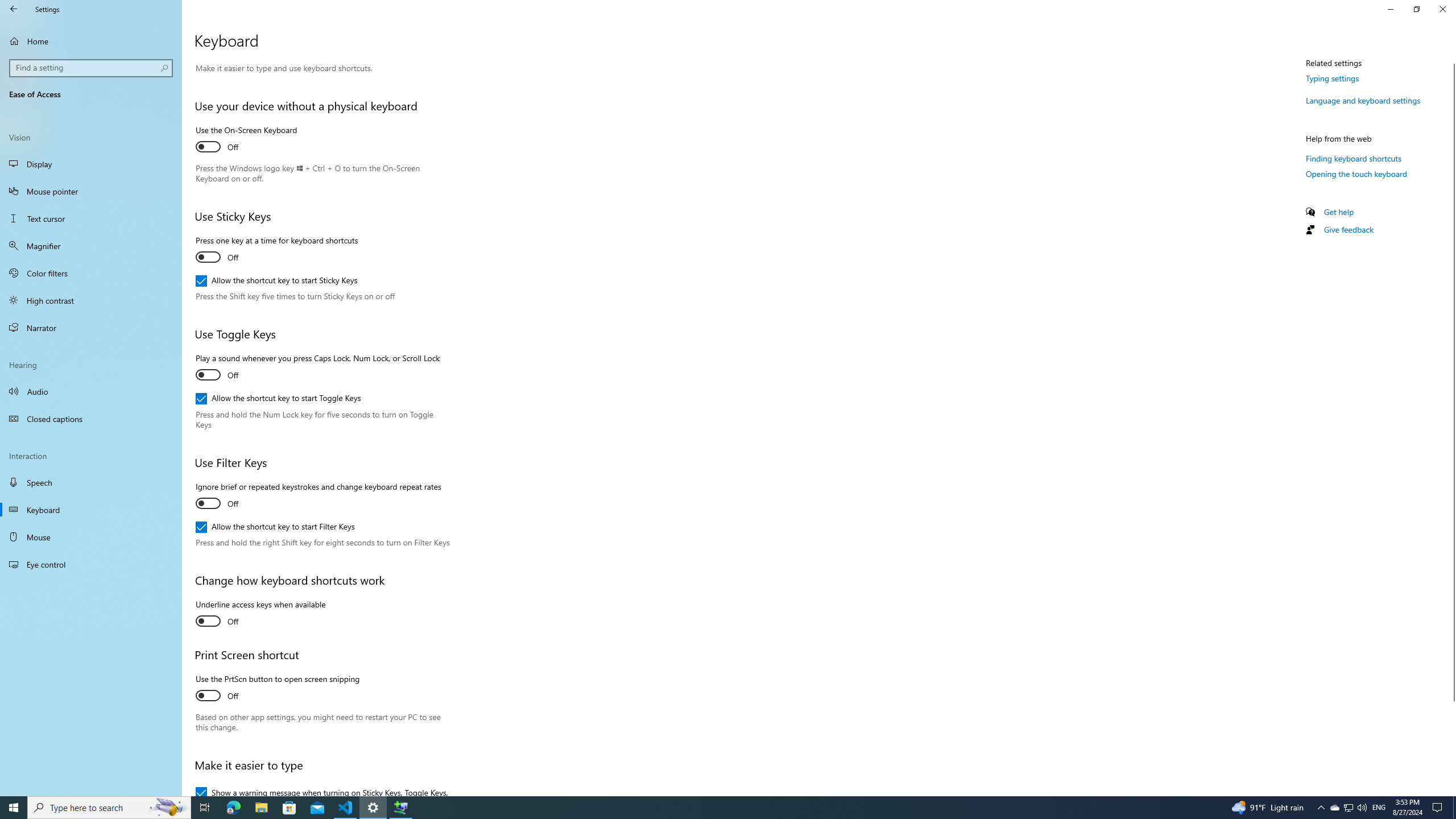  I want to click on 'Close Settings', so click(1442, 9).